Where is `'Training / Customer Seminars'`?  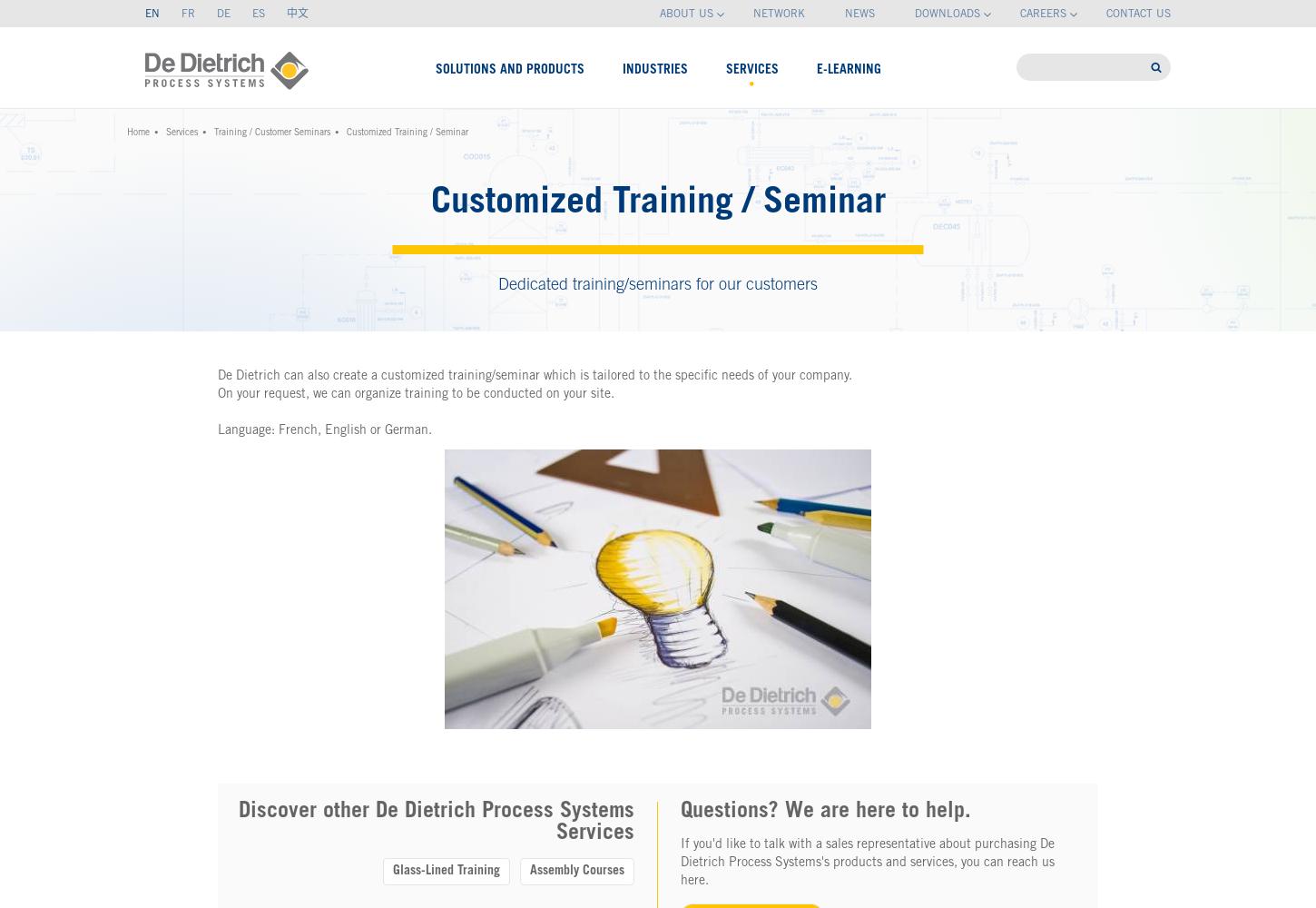
'Training / Customer Seminars' is located at coordinates (213, 133).